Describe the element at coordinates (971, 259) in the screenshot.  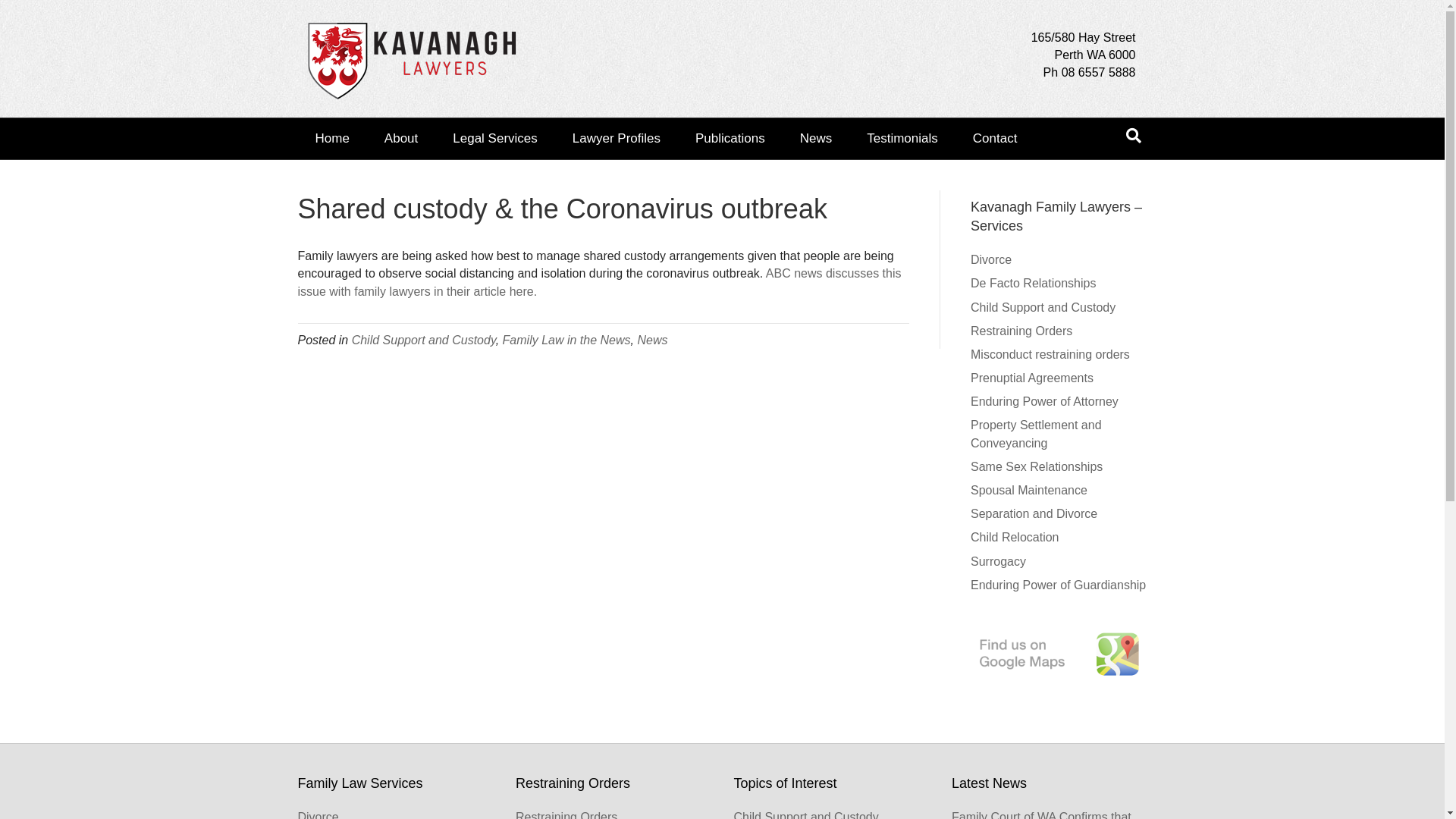
I see `'Divorce'` at that location.